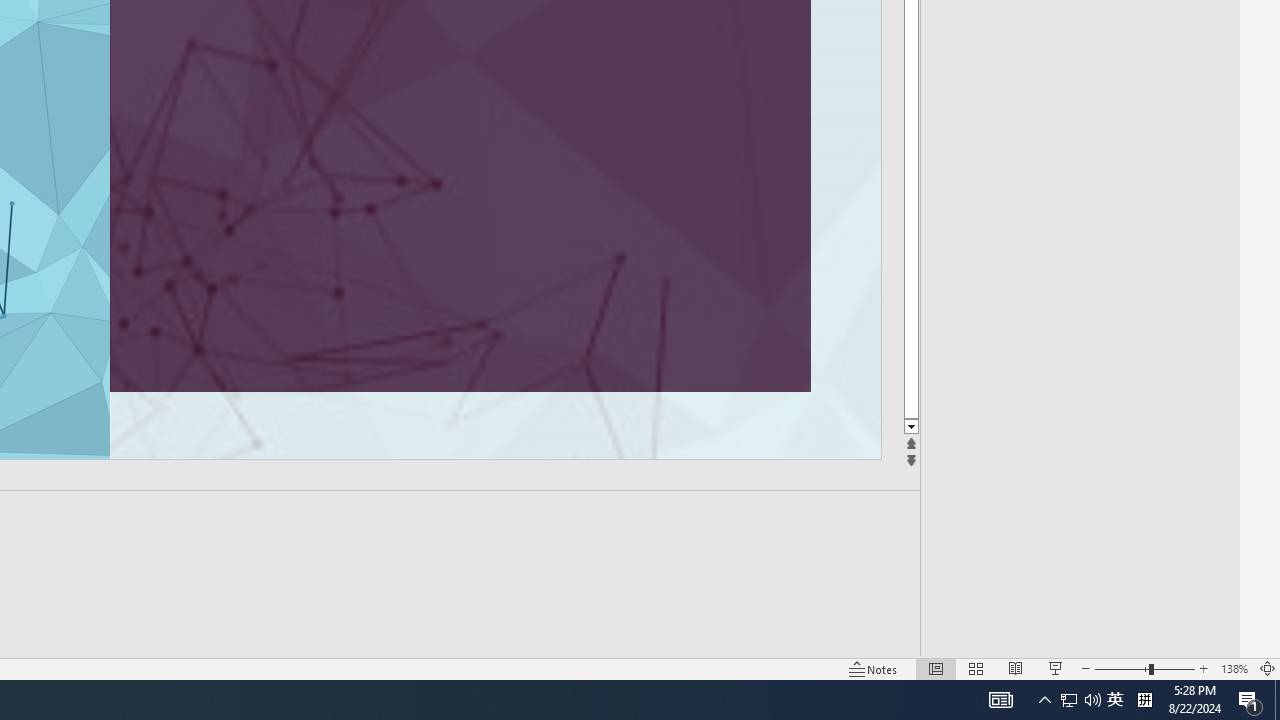 The height and width of the screenshot is (720, 1280). I want to click on 'Notes ', so click(874, 669).